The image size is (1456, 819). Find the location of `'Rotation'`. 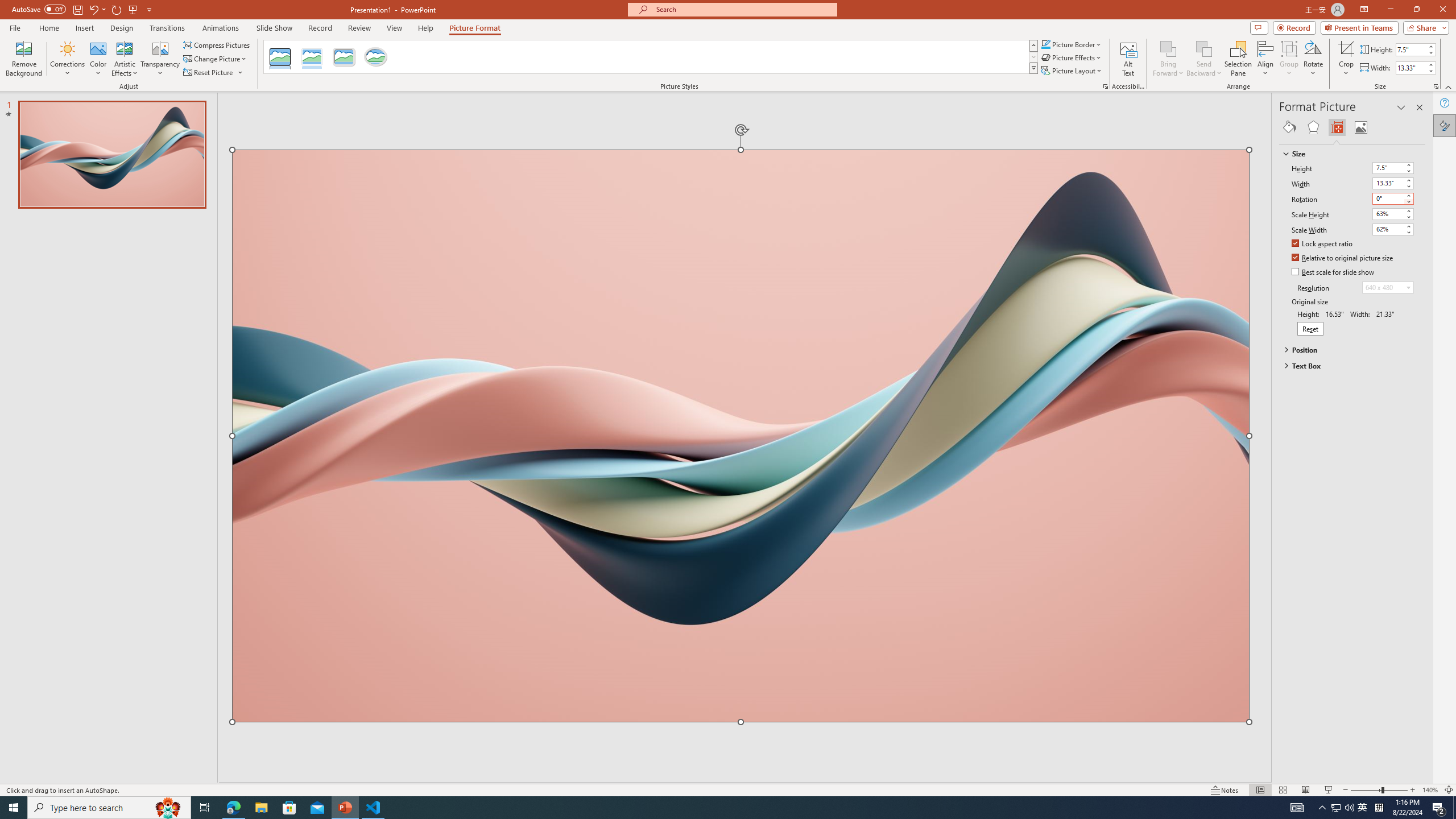

'Rotation' is located at coordinates (1387, 198).